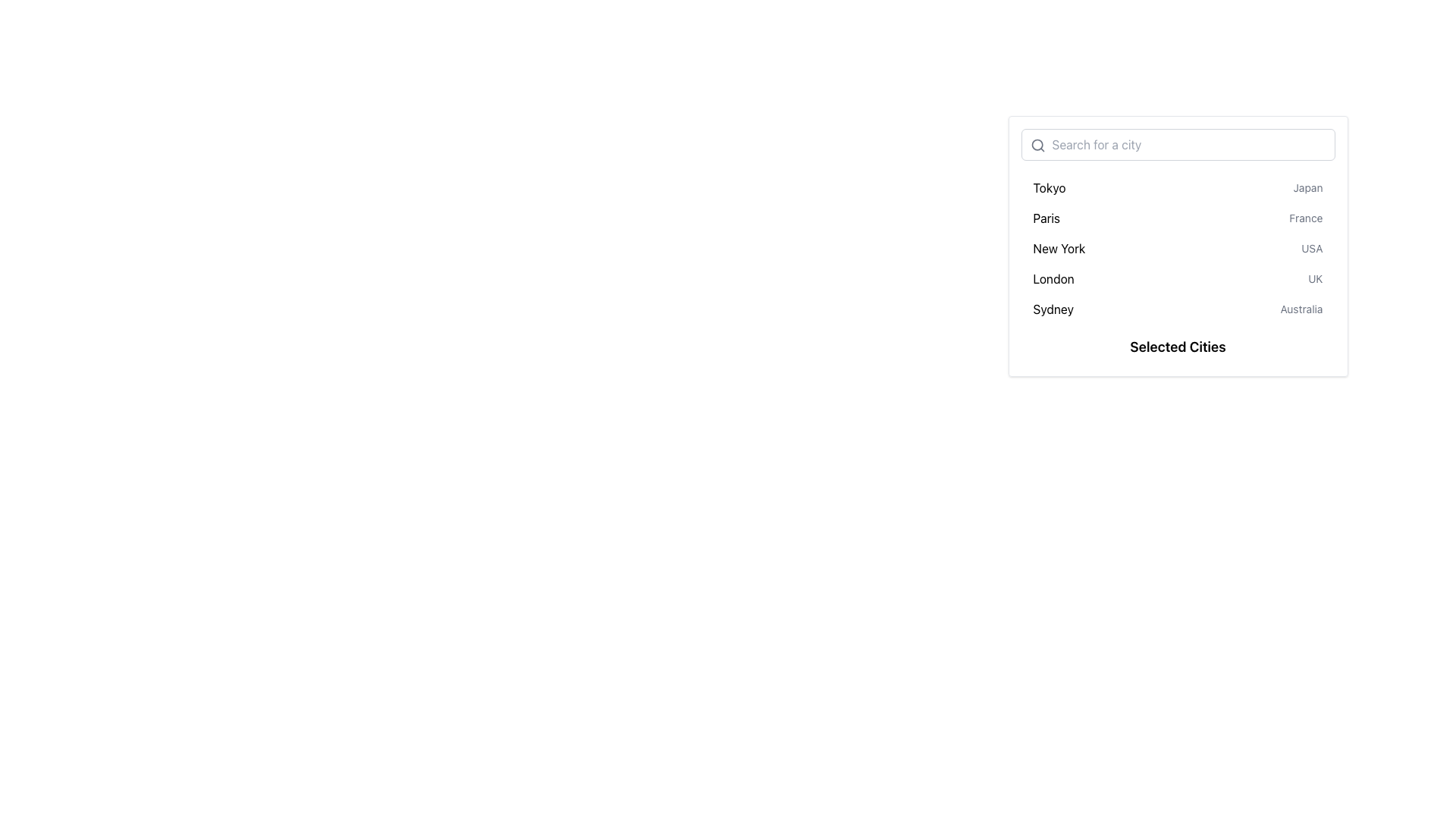 The height and width of the screenshot is (819, 1456). Describe the element at coordinates (1177, 218) in the screenshot. I see `the interactive list item for 'Paris, France'` at that location.